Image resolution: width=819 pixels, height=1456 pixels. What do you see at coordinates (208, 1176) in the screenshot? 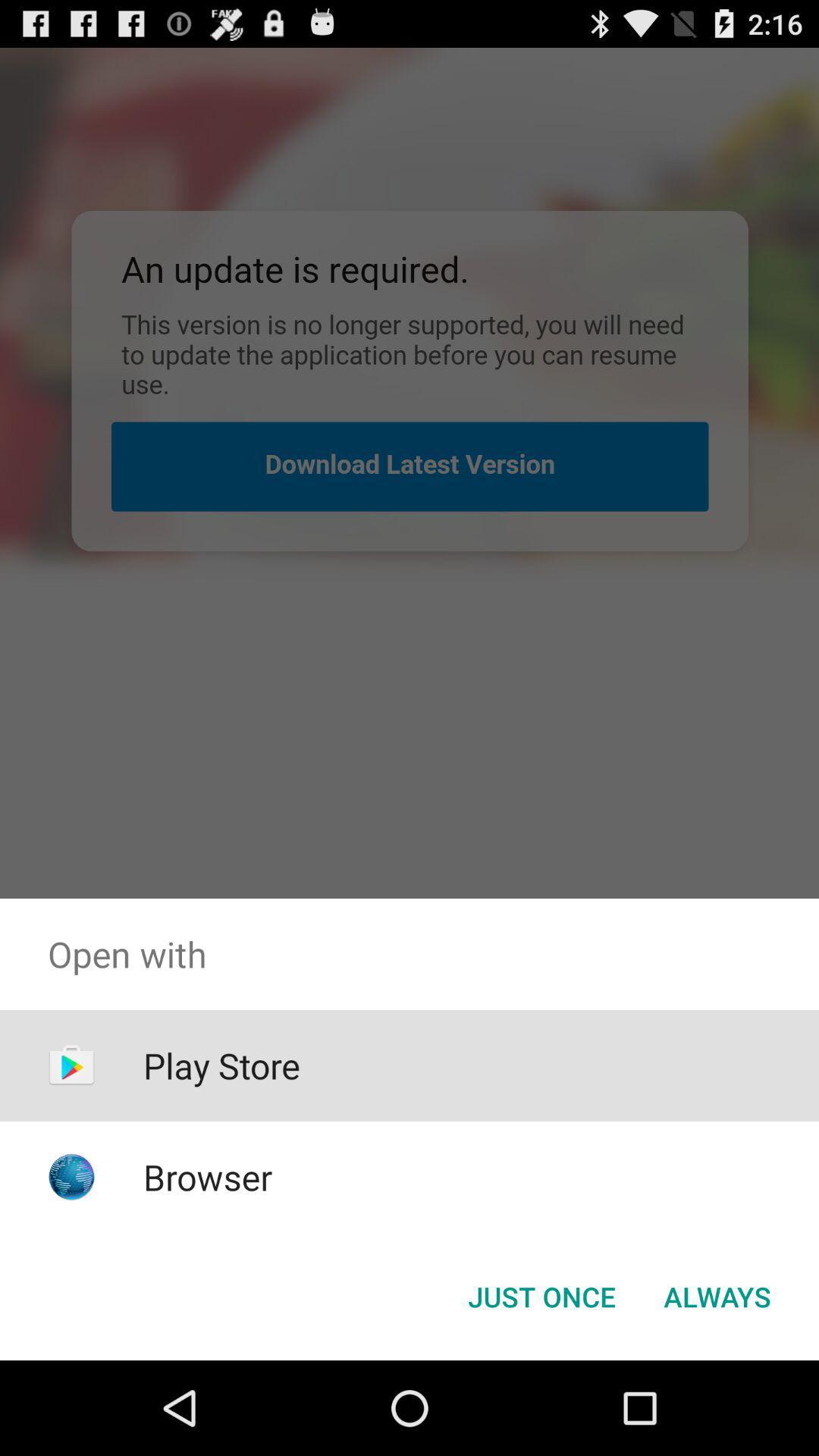
I see `browser icon` at bounding box center [208, 1176].